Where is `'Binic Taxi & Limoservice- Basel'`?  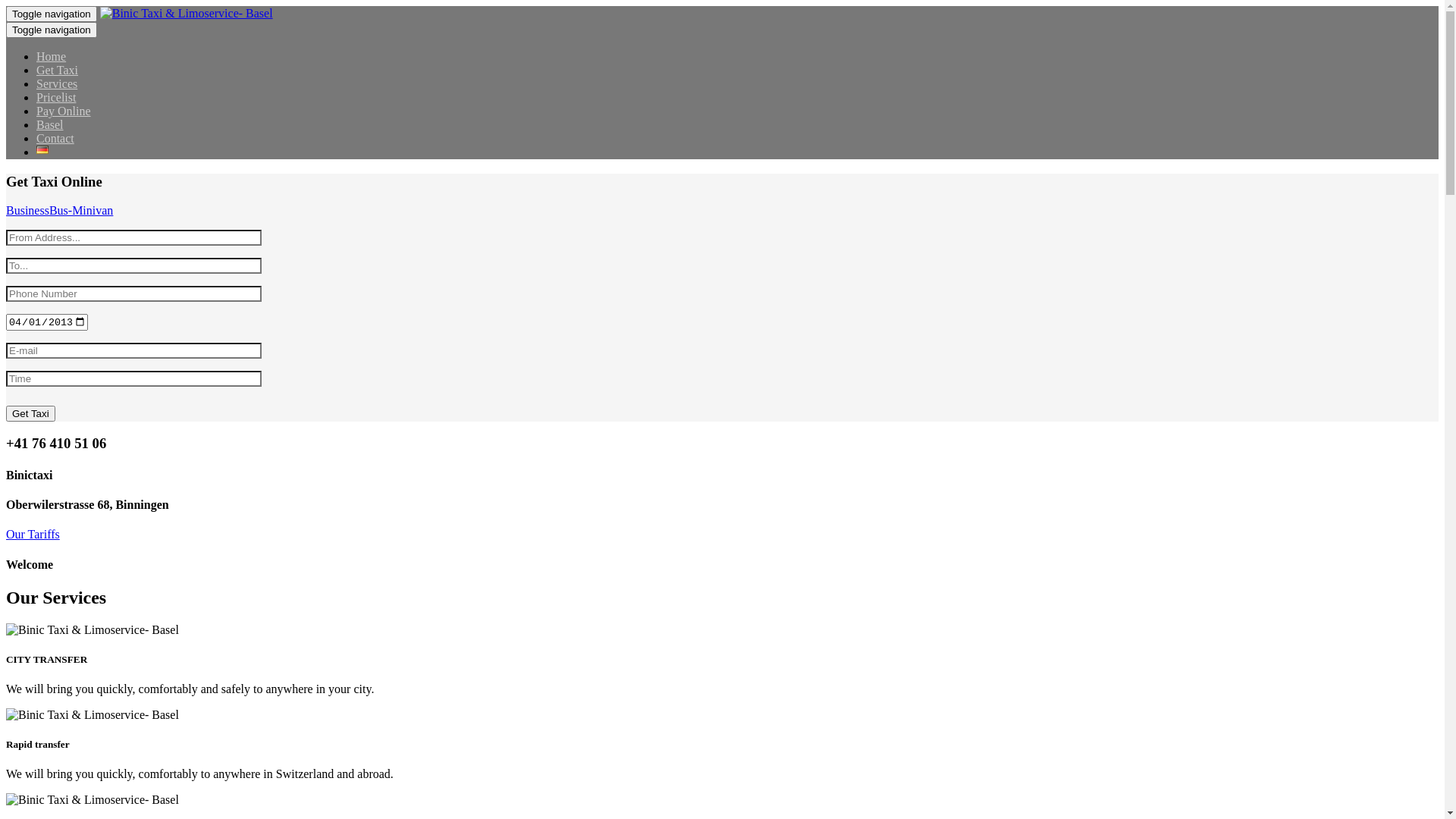
'Binic Taxi & Limoservice- Basel' is located at coordinates (91, 629).